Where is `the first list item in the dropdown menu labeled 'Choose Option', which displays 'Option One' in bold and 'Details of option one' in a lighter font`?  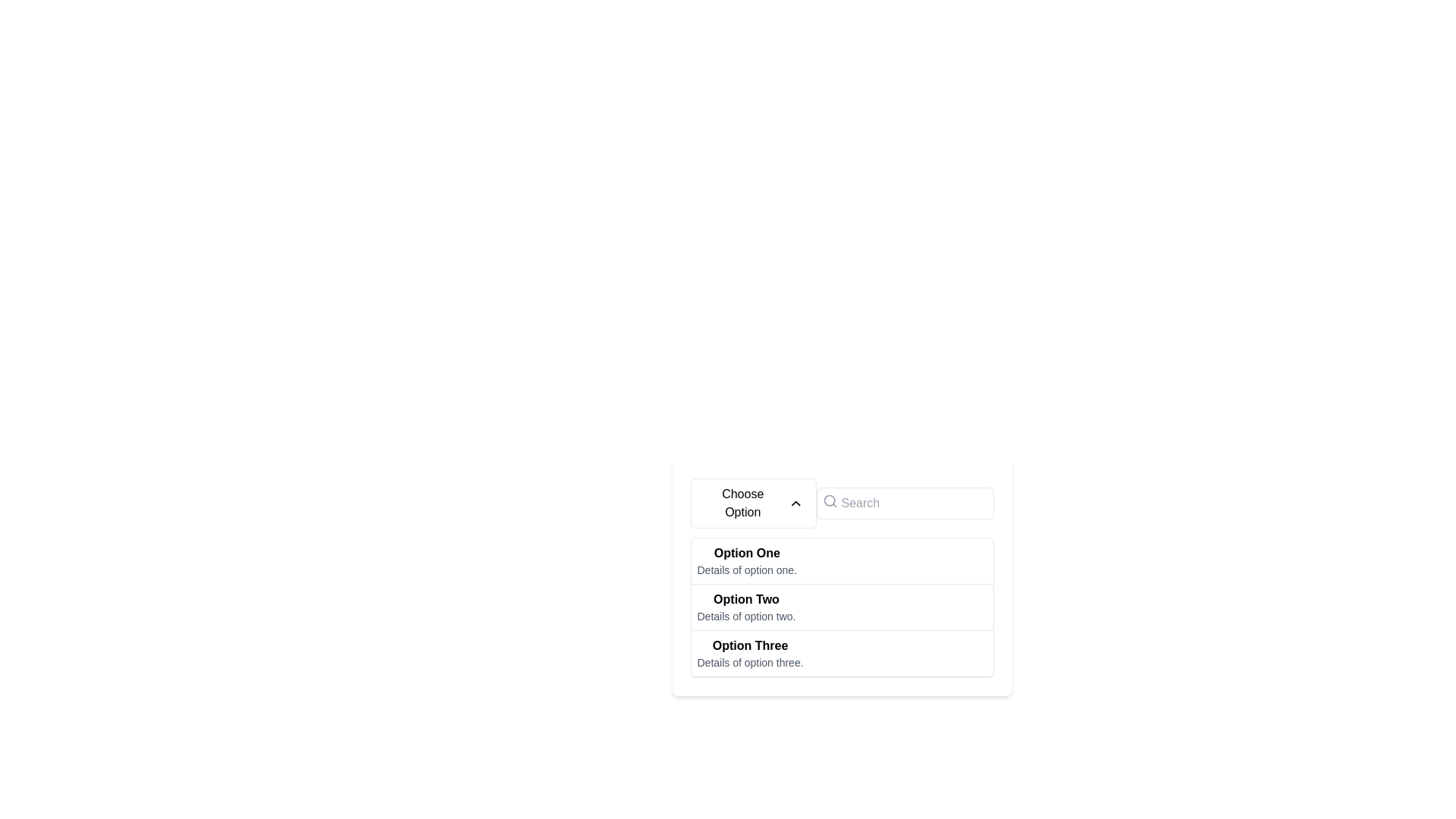 the first list item in the dropdown menu labeled 'Choose Option', which displays 'Option One' in bold and 'Details of option one' in a lighter font is located at coordinates (747, 561).